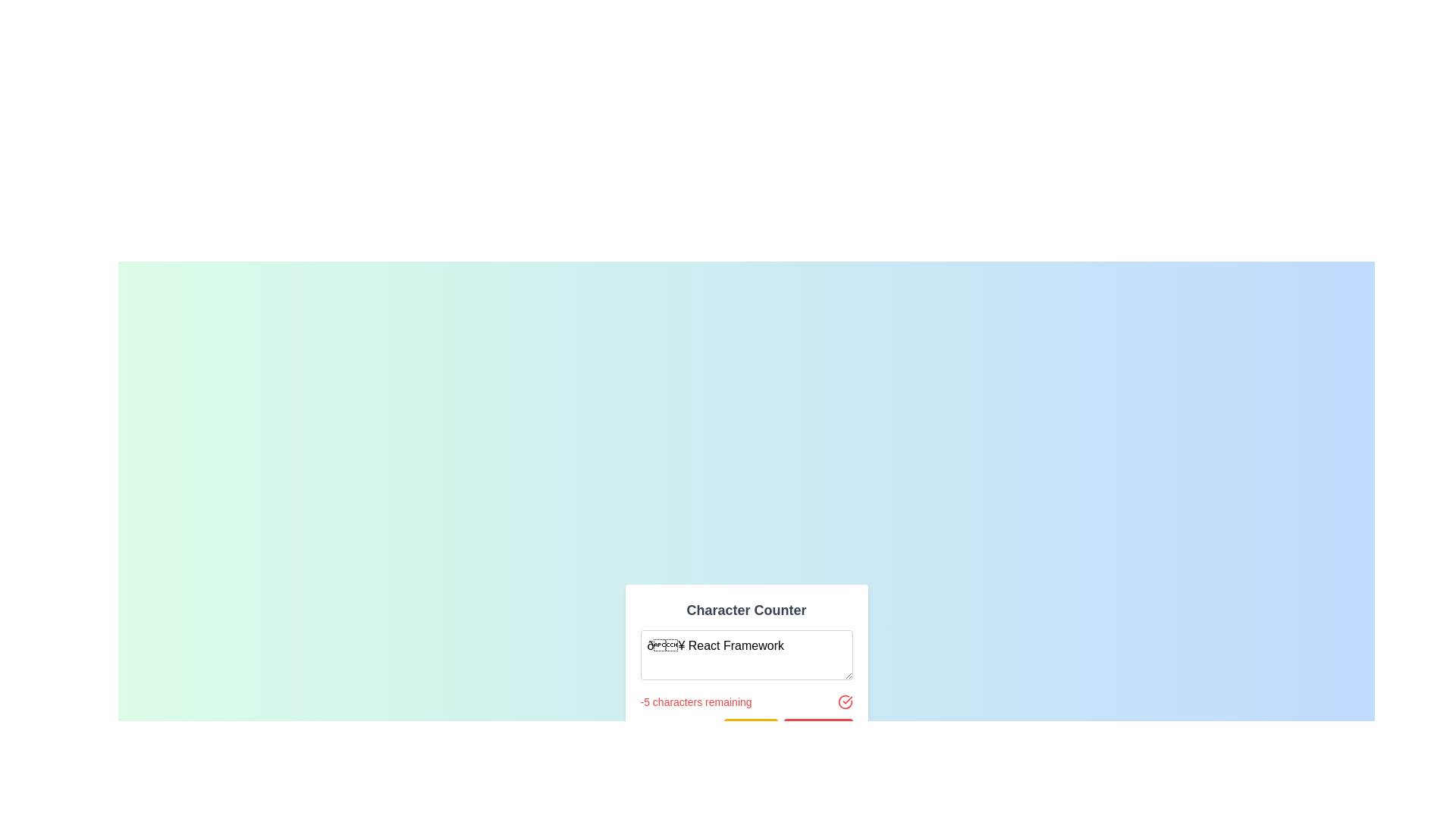 The height and width of the screenshot is (819, 1456). What do you see at coordinates (751, 730) in the screenshot?
I see `the 'Edit' button located in the lower section of the interface` at bounding box center [751, 730].